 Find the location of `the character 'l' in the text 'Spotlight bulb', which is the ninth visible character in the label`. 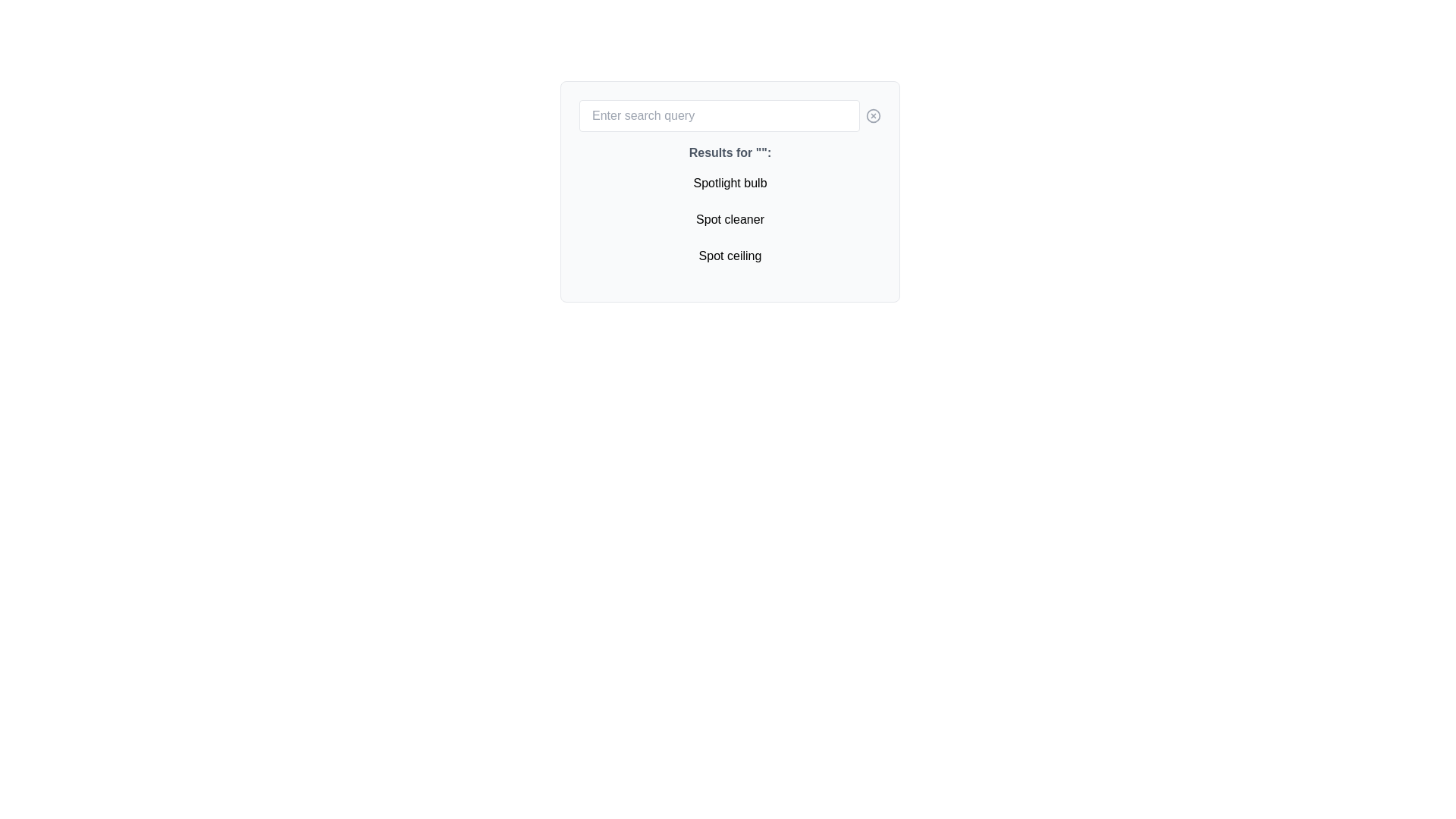

the character 'l' in the text 'Spotlight bulb', which is the ninth visible character in the label is located at coordinates (719, 182).